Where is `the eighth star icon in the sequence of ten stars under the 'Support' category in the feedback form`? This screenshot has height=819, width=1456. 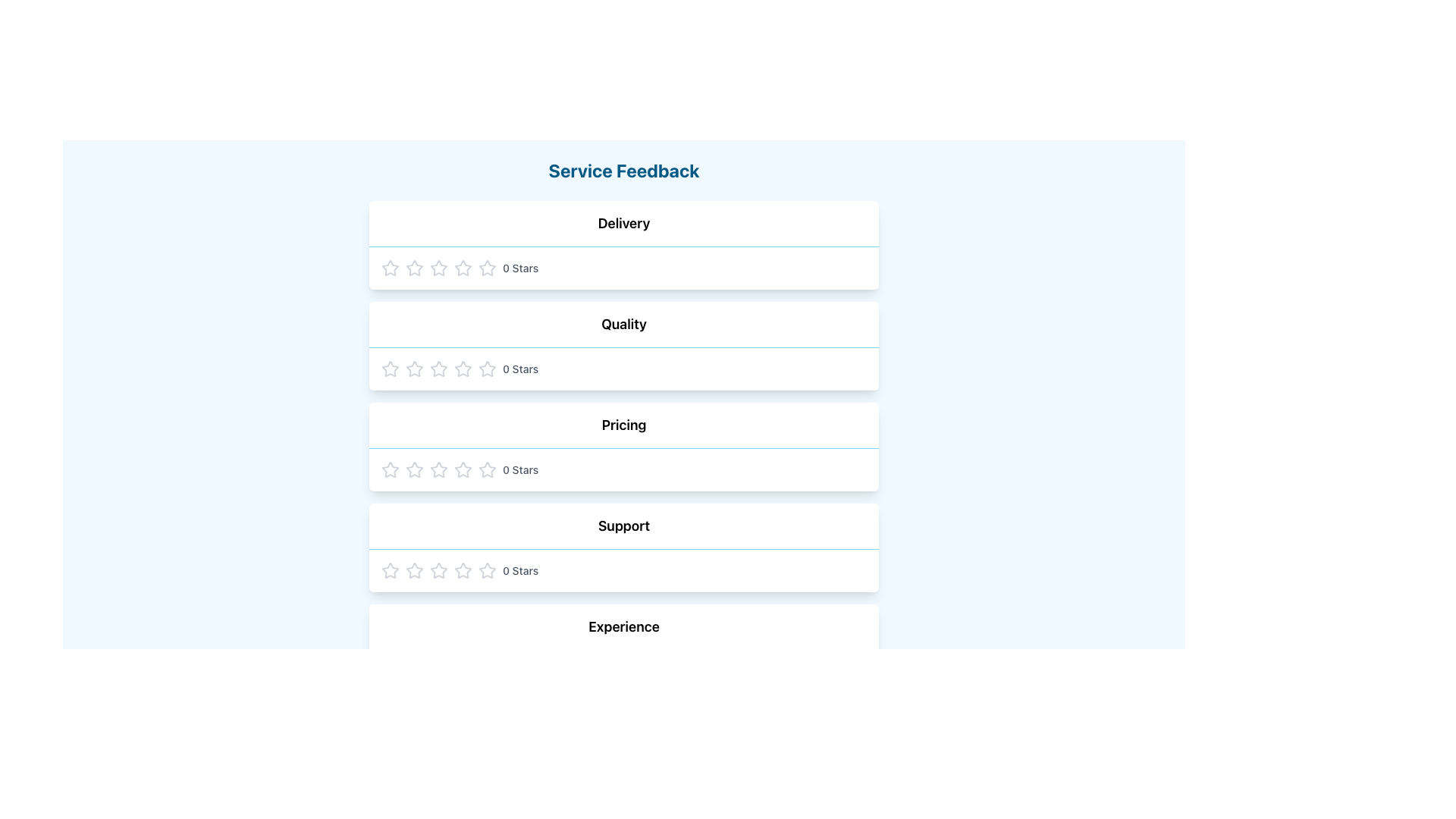
the eighth star icon in the sequence of ten stars under the 'Support' category in the feedback form is located at coordinates (488, 570).